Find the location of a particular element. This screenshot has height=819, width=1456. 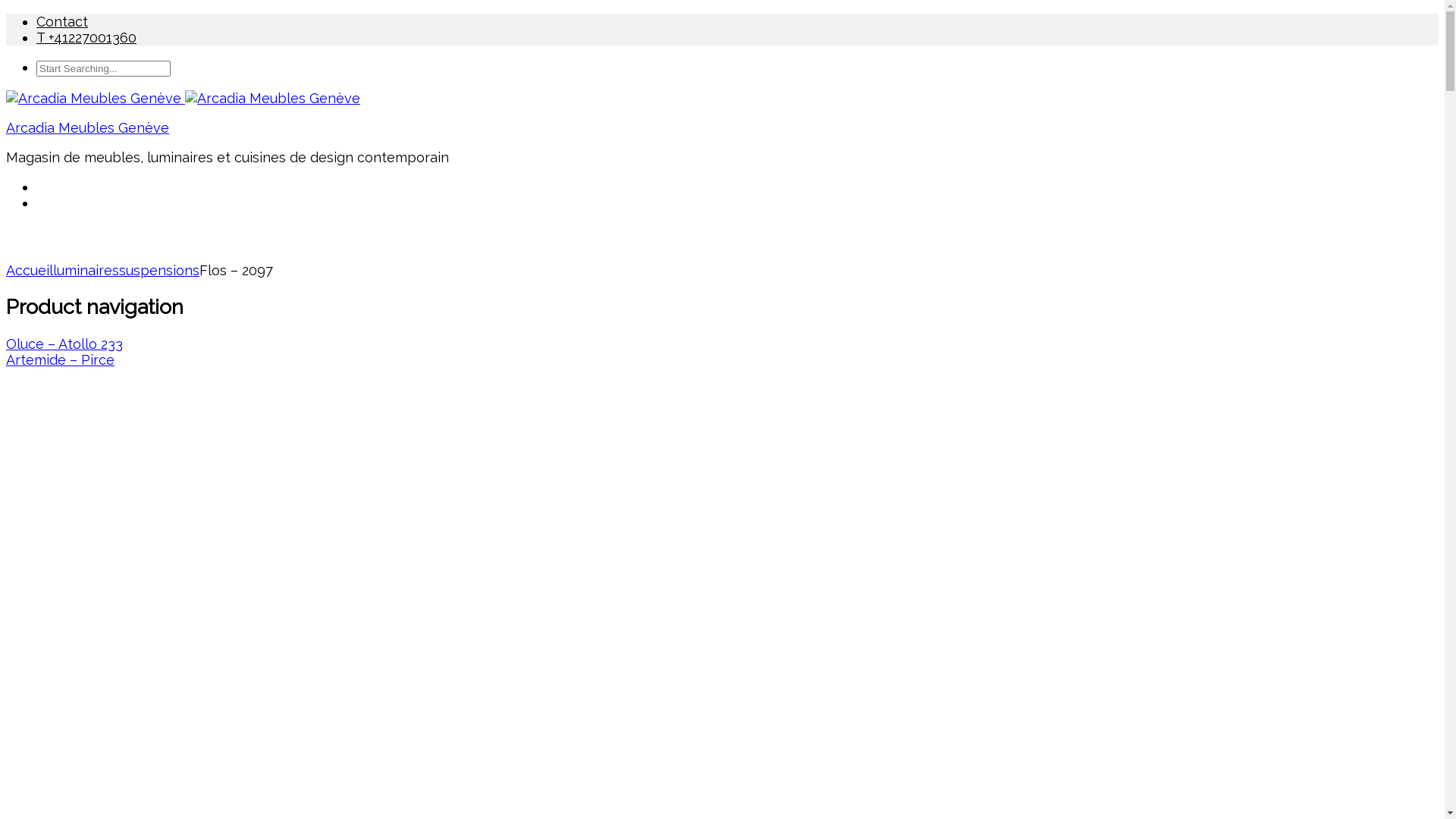

'T +41227001360' is located at coordinates (86, 36).